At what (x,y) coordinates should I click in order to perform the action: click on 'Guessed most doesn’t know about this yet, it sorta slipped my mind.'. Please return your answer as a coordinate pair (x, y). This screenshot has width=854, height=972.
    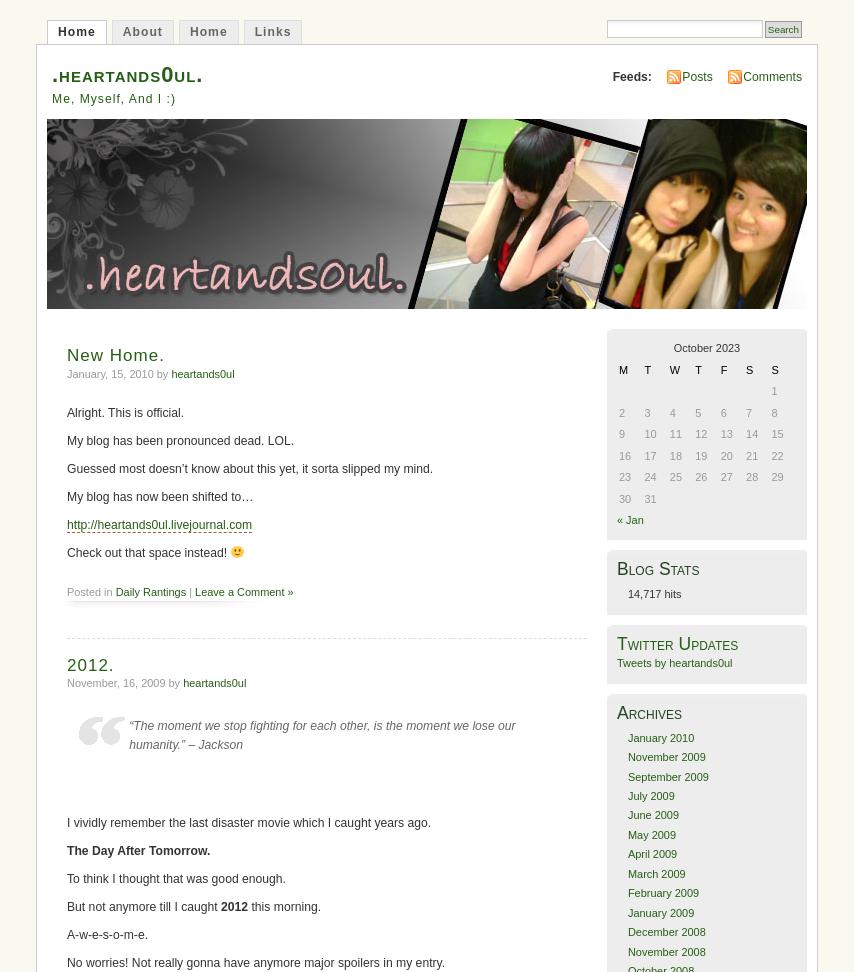
    Looking at the image, I should click on (248, 467).